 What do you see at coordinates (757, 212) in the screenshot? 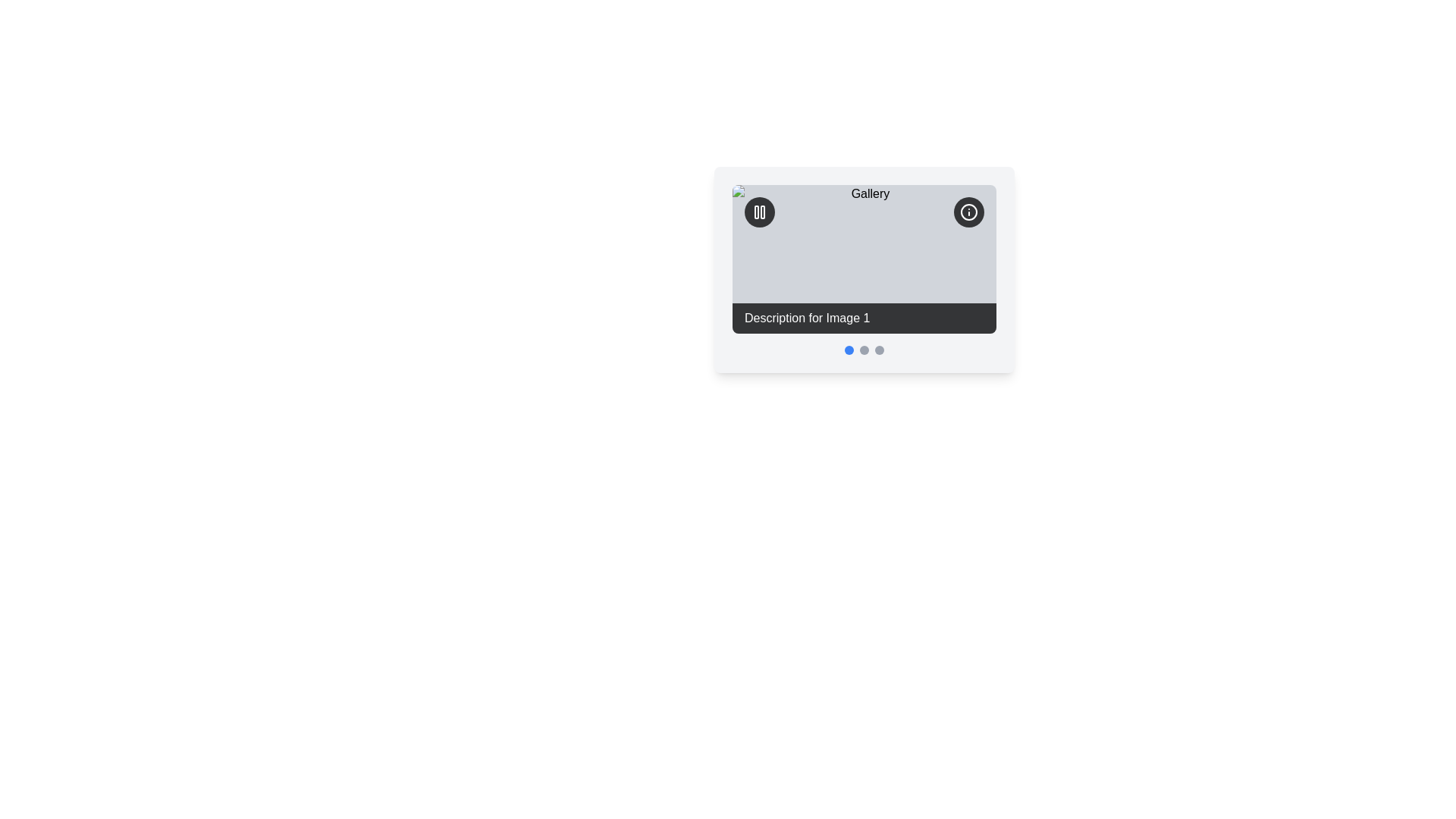
I see `the left segment of the pause icon, which is a narrow vertical rectangle with a black background` at bounding box center [757, 212].